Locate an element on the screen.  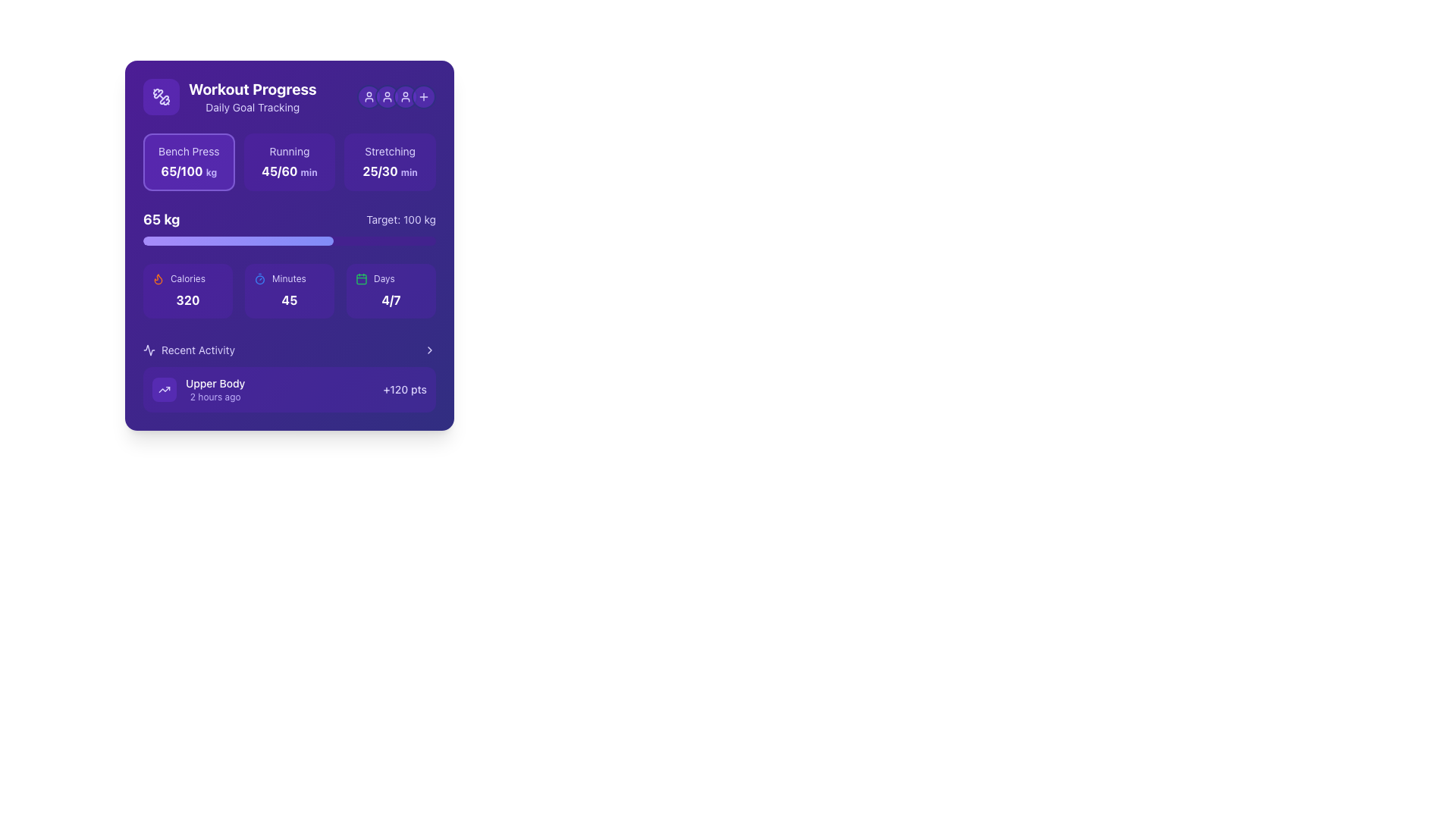
the decorative flame-shaped SVG icon filled with orange color, located in the upper right quadrant of the widget is located at coordinates (158, 278).